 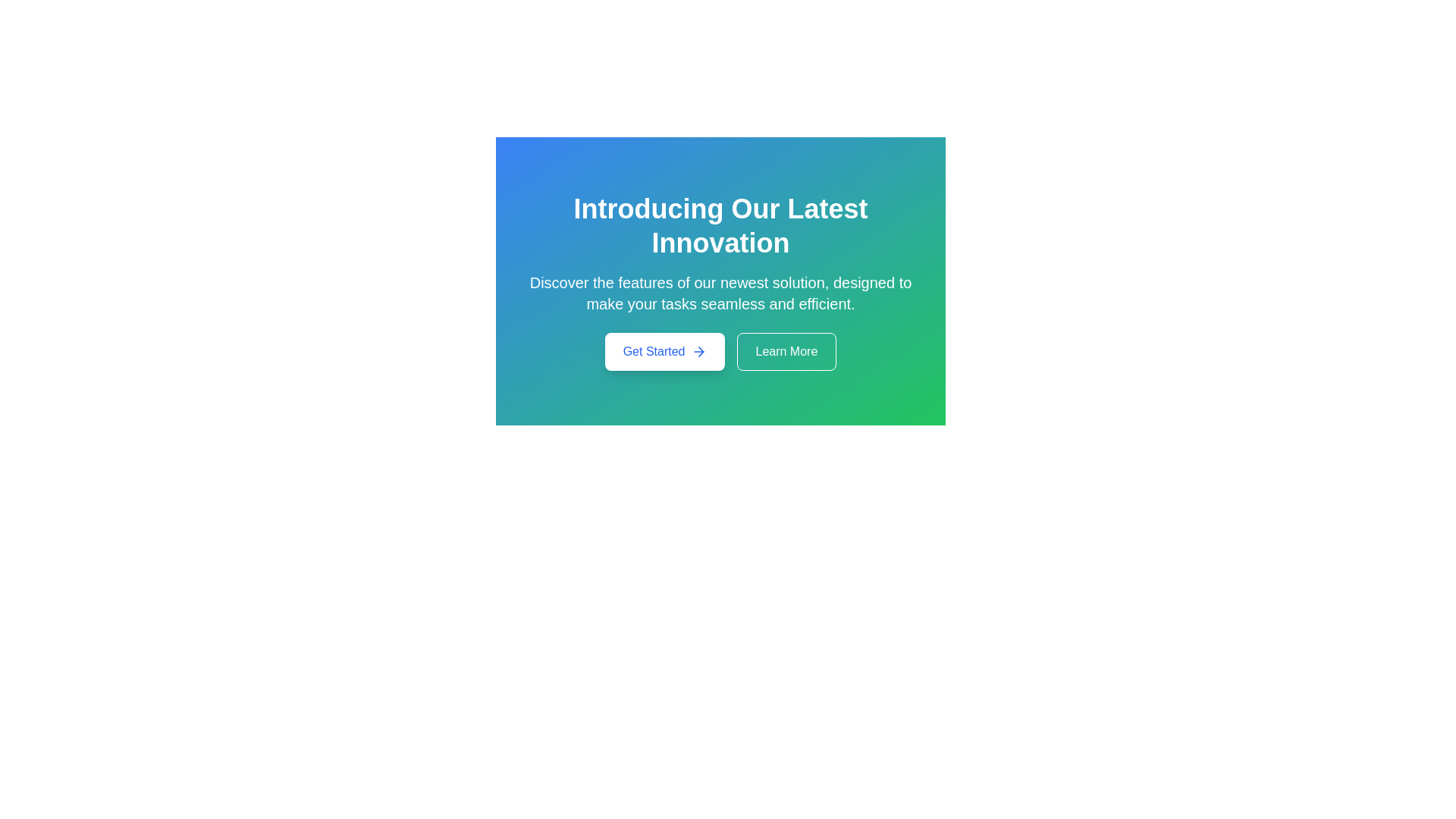 I want to click on the second button in a horizontal arrangement of two buttons, so click(x=786, y=351).